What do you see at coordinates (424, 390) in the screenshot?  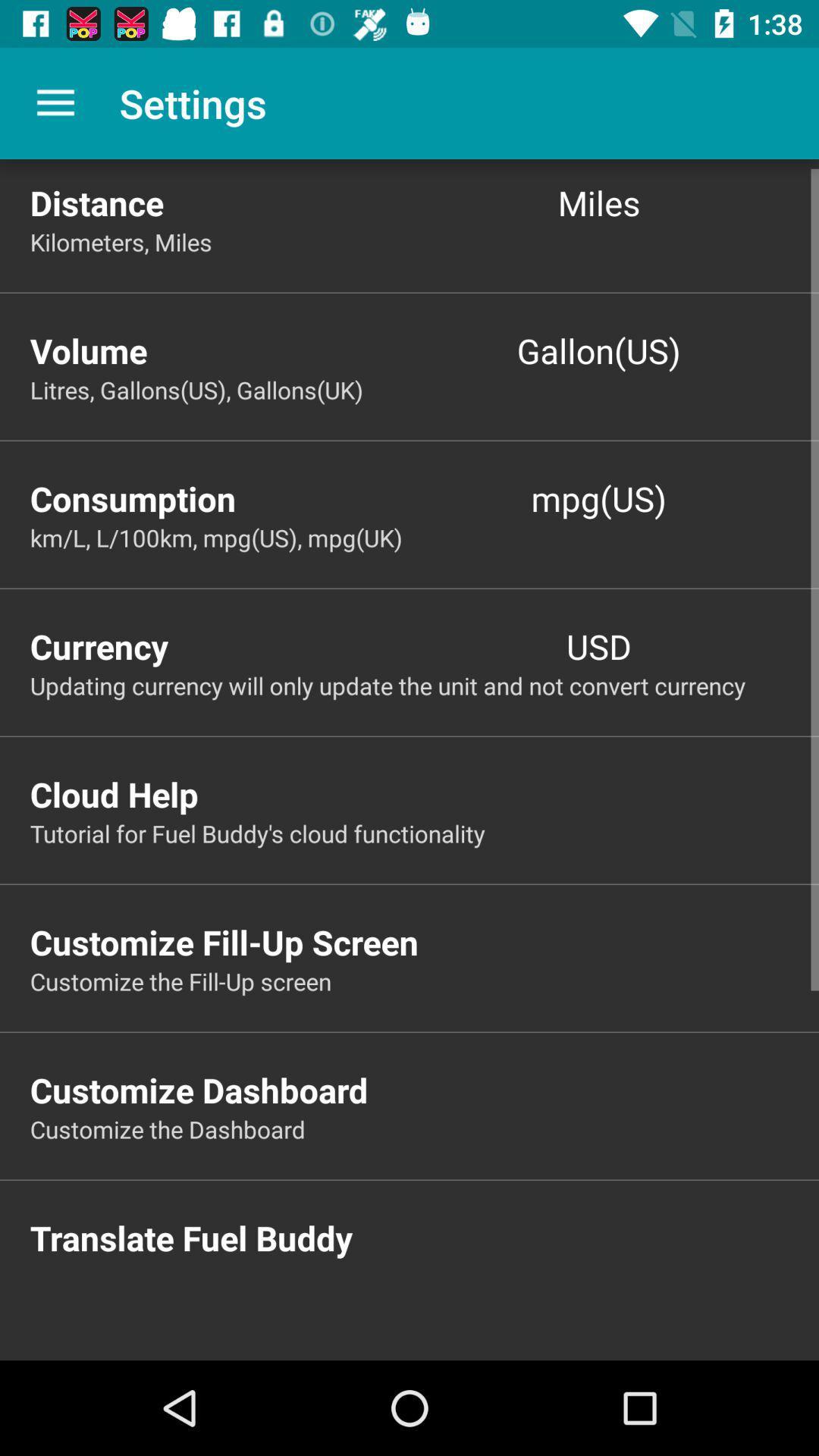 I see `the litres gallons us` at bounding box center [424, 390].